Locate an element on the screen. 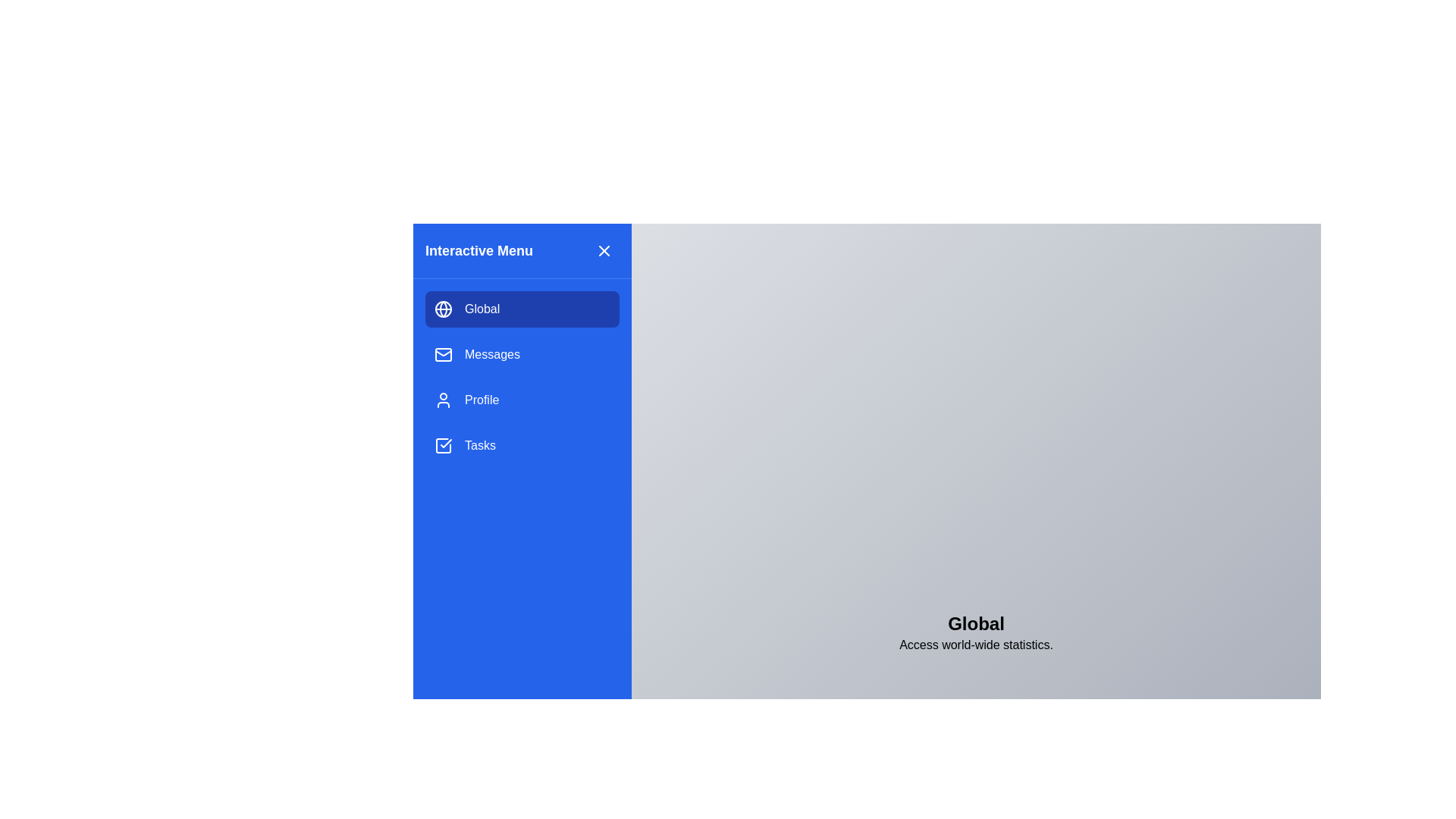 This screenshot has height=819, width=1456. the third menu item in the interactive menu panel is located at coordinates (522, 400).